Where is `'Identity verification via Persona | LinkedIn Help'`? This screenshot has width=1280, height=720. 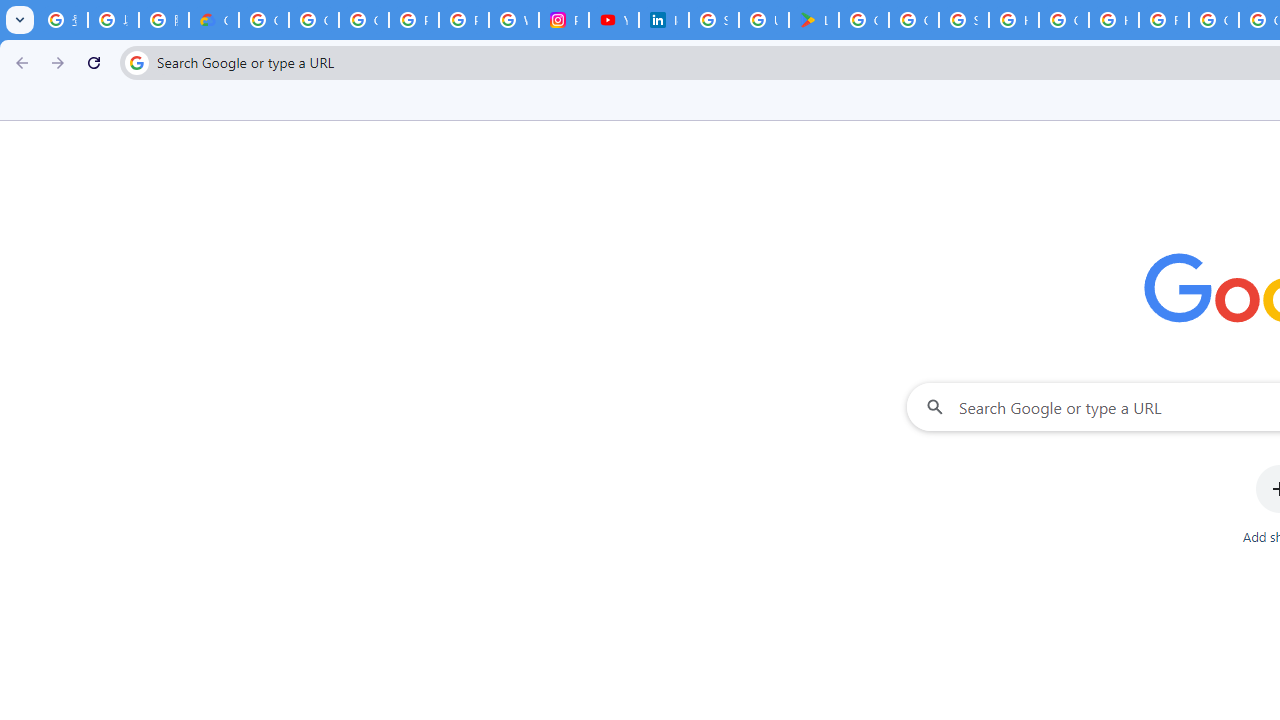
'Identity verification via Persona | LinkedIn Help' is located at coordinates (663, 20).